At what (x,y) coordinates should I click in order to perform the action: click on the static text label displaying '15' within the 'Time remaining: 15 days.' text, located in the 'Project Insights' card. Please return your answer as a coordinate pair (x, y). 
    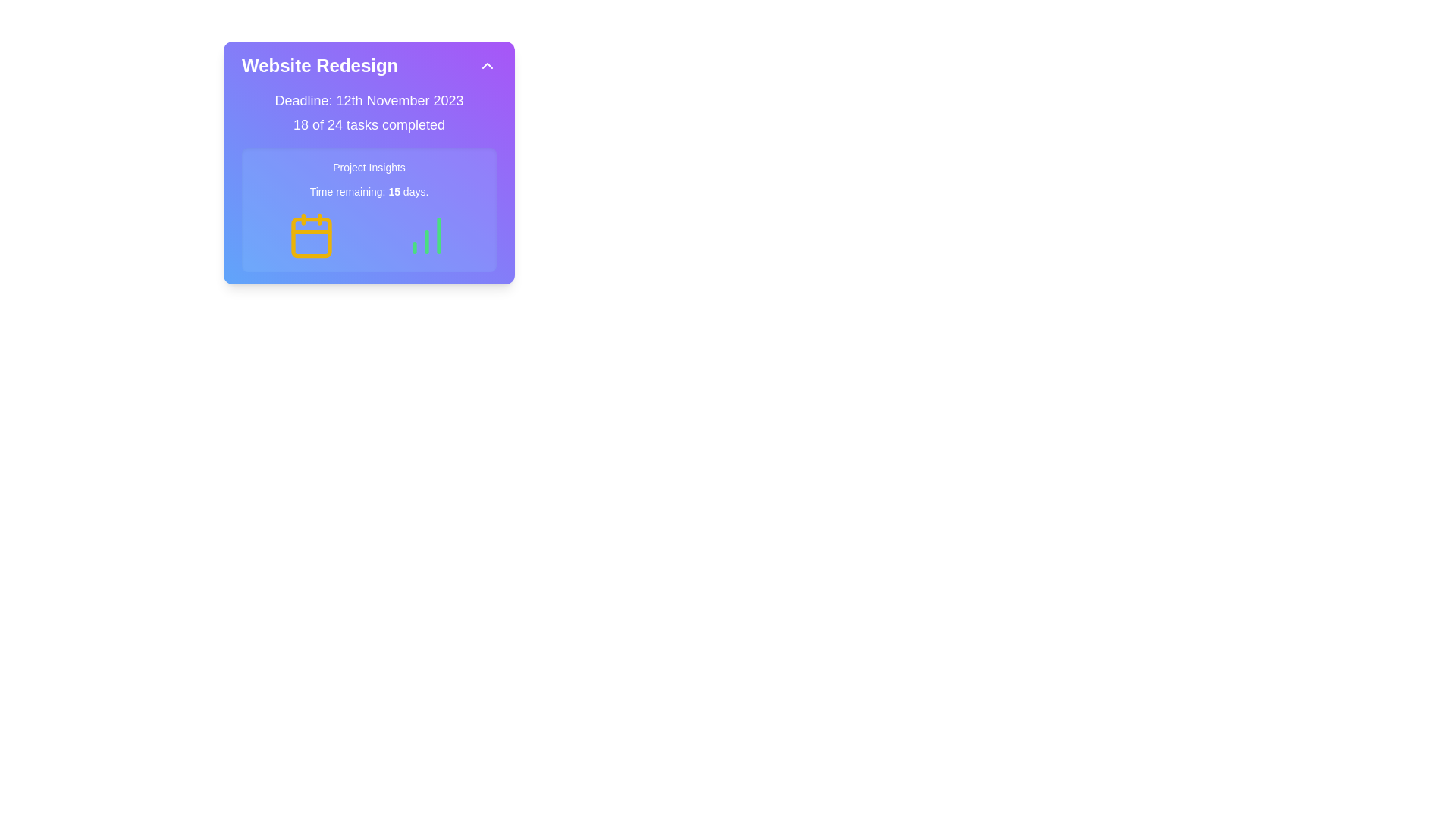
    Looking at the image, I should click on (394, 191).